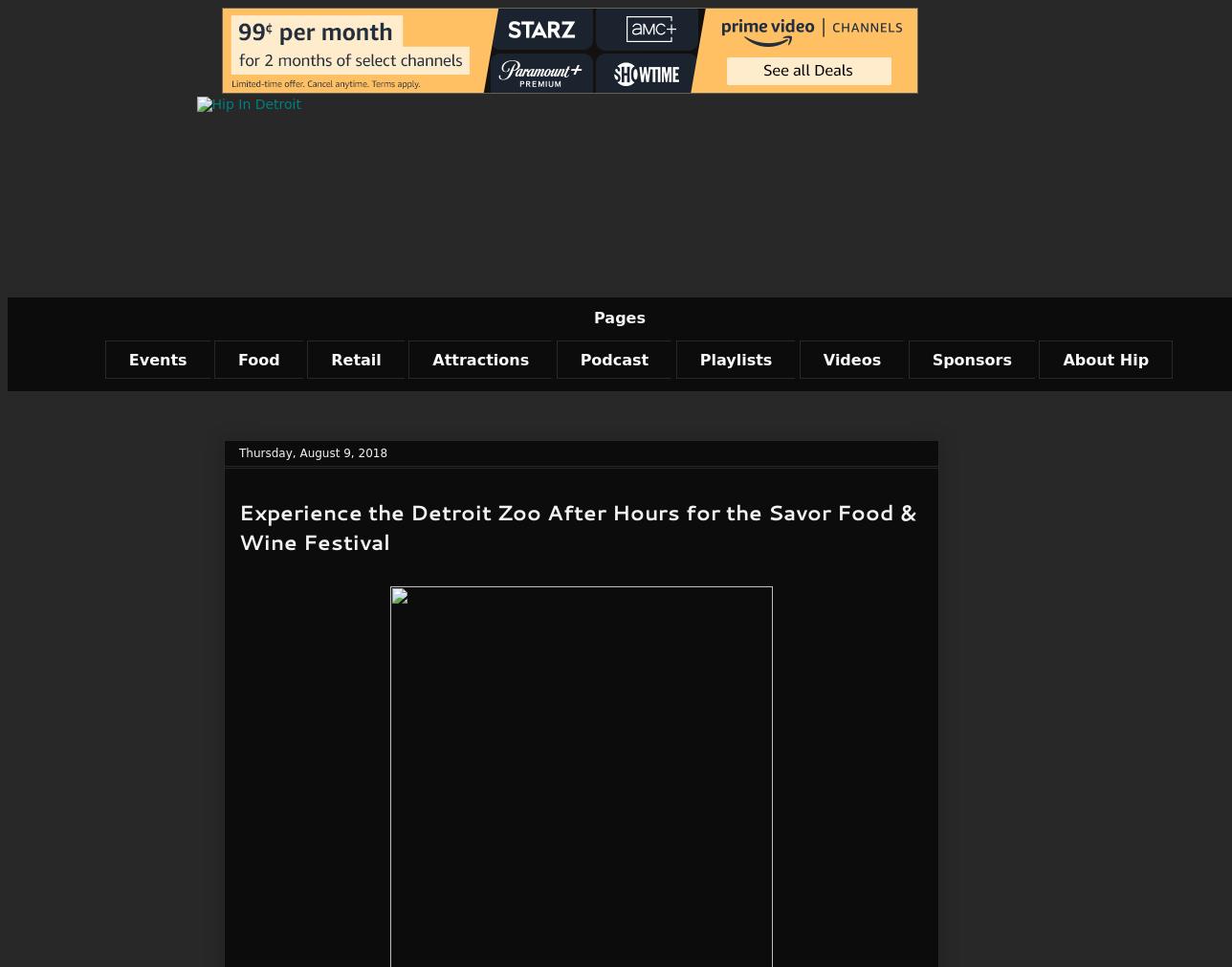 The height and width of the screenshot is (967, 1232). What do you see at coordinates (1105, 358) in the screenshot?
I see `'About Hip'` at bounding box center [1105, 358].